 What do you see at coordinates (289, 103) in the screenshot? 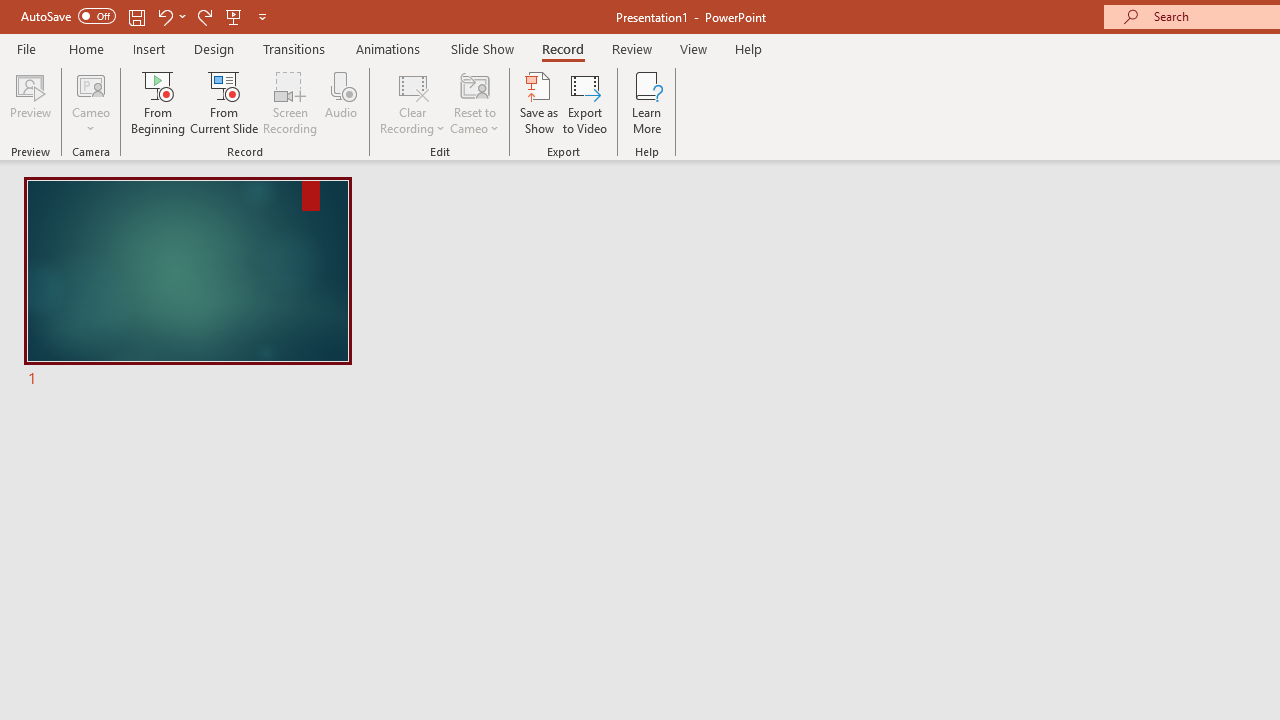
I see `'Screen Recording'` at bounding box center [289, 103].